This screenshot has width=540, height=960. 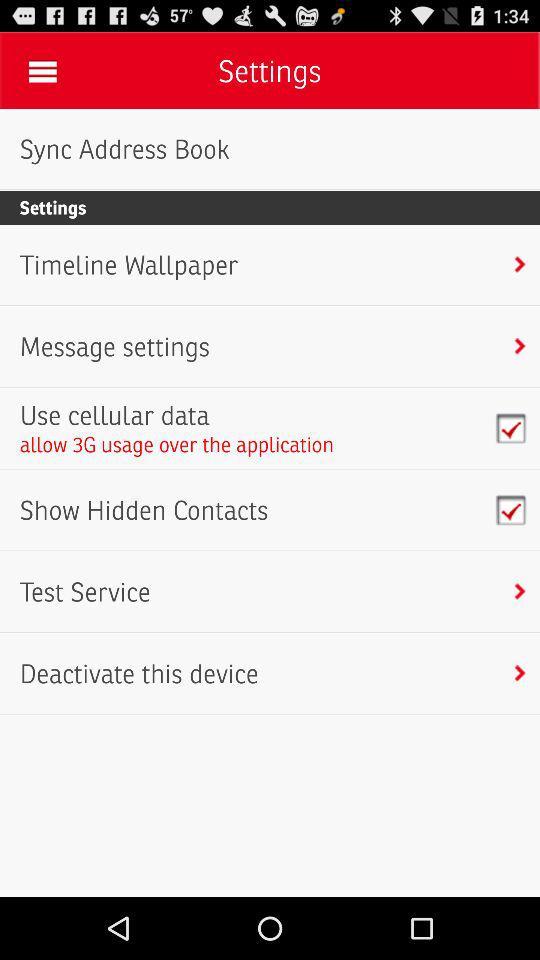 I want to click on use cellular data, so click(x=177, y=414).